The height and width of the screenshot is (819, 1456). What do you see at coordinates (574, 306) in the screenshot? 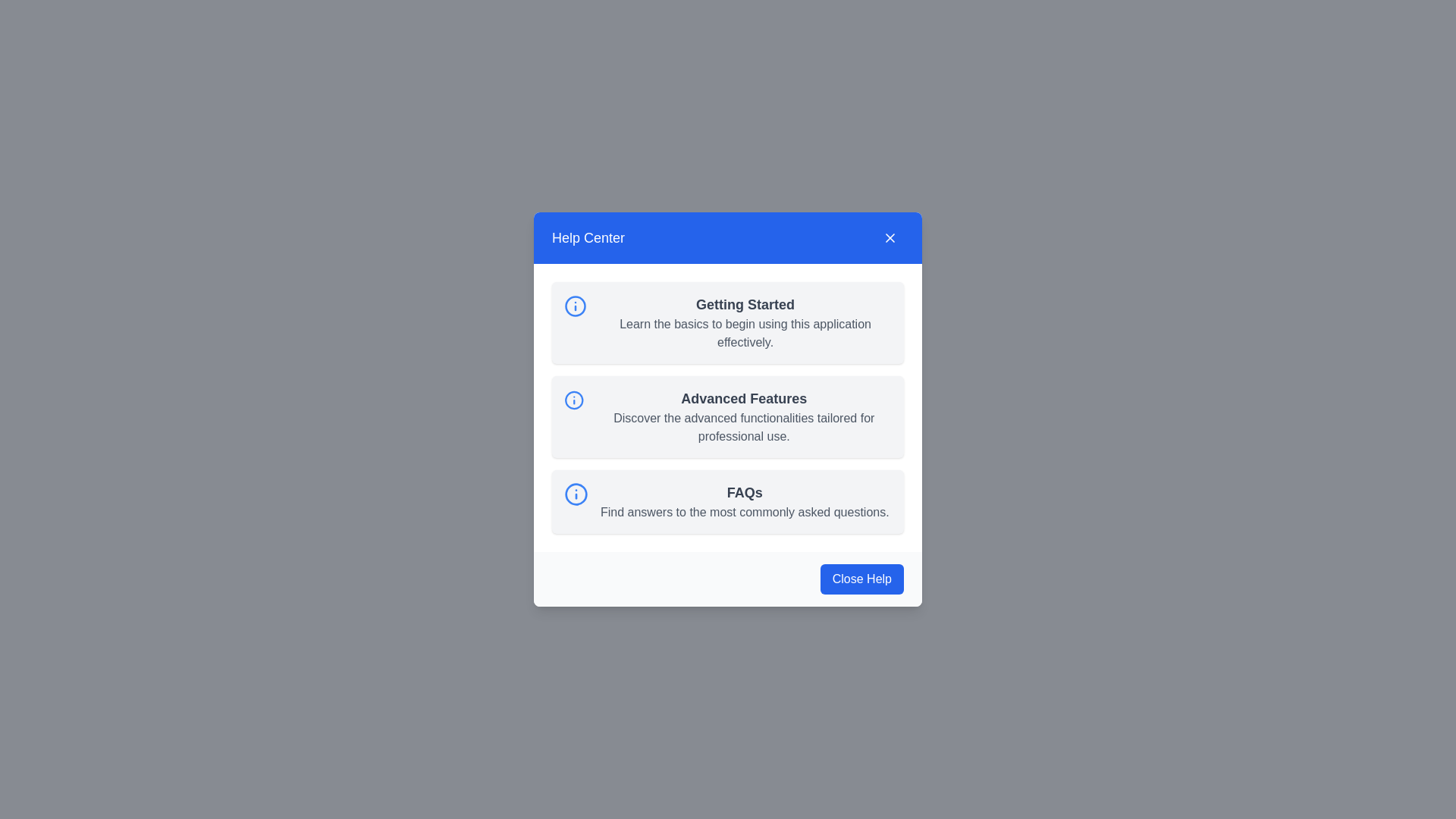
I see `the circular shape within the SVG graphic that symbolizes the information icon for the 'Getting Started' section` at bounding box center [574, 306].